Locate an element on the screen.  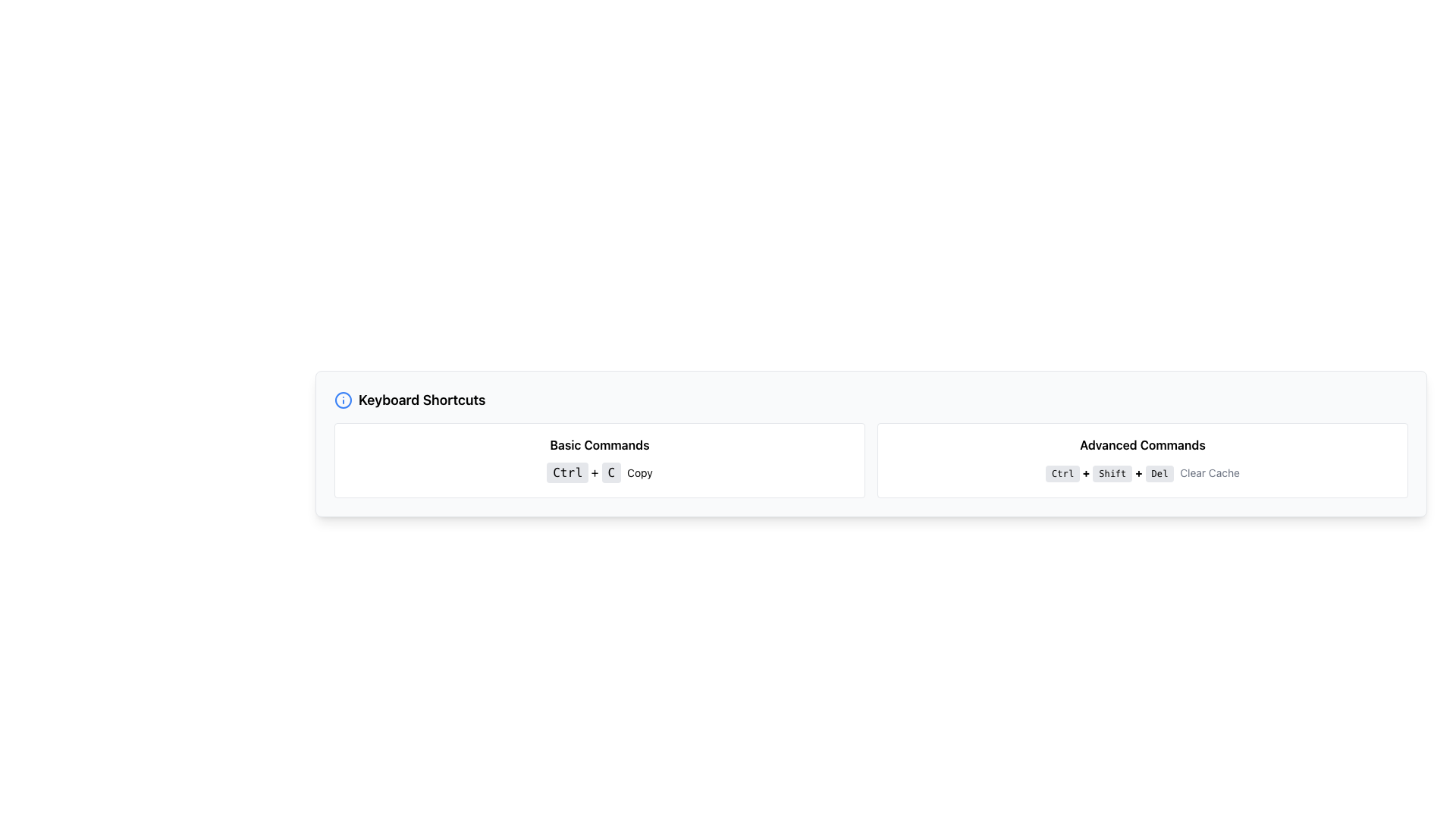
text of the 'Del' key label located in the 'Advanced Commands' section, positioned between the 'Shift' key label and the 'Clear Cache' label is located at coordinates (1159, 472).